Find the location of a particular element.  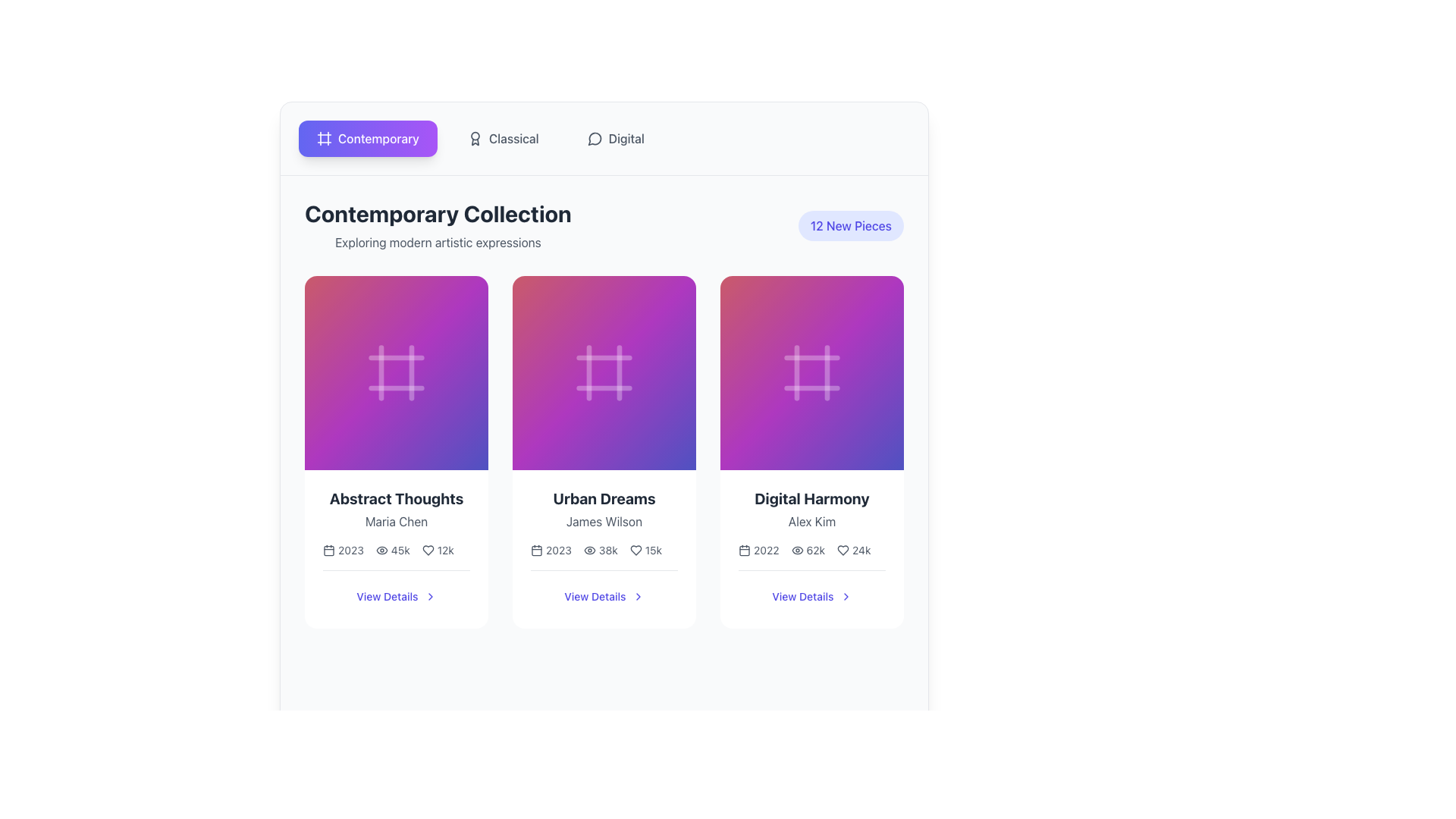

the Metadata display group element that shows '2023', '45k', and '12k' with respective icons for year, views, and likes, located at the lower part of the first card in the grid layout is located at coordinates (388, 550).